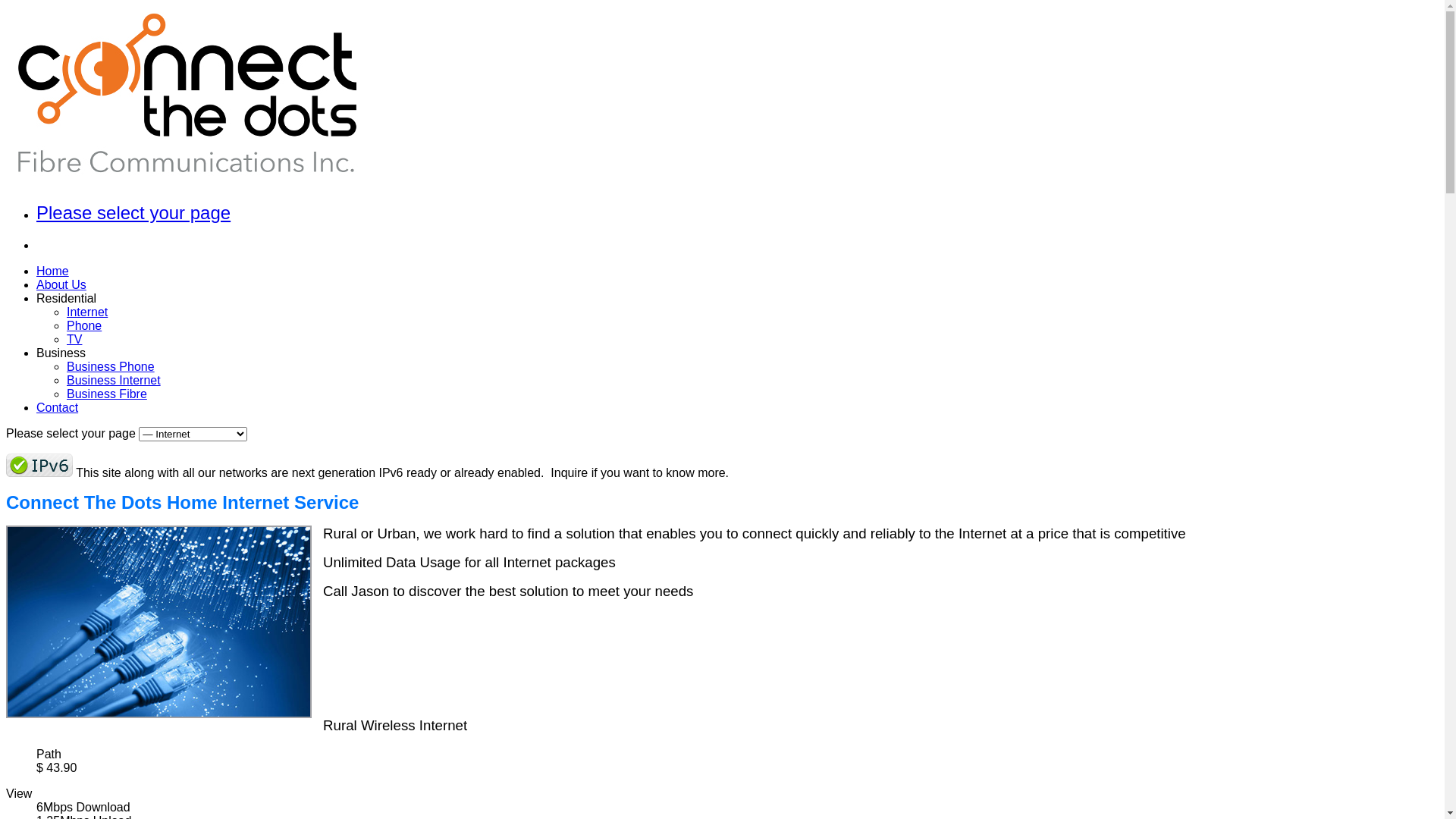 This screenshot has height=819, width=1456. Describe the element at coordinates (112, 379) in the screenshot. I see `'Business Internet'` at that location.